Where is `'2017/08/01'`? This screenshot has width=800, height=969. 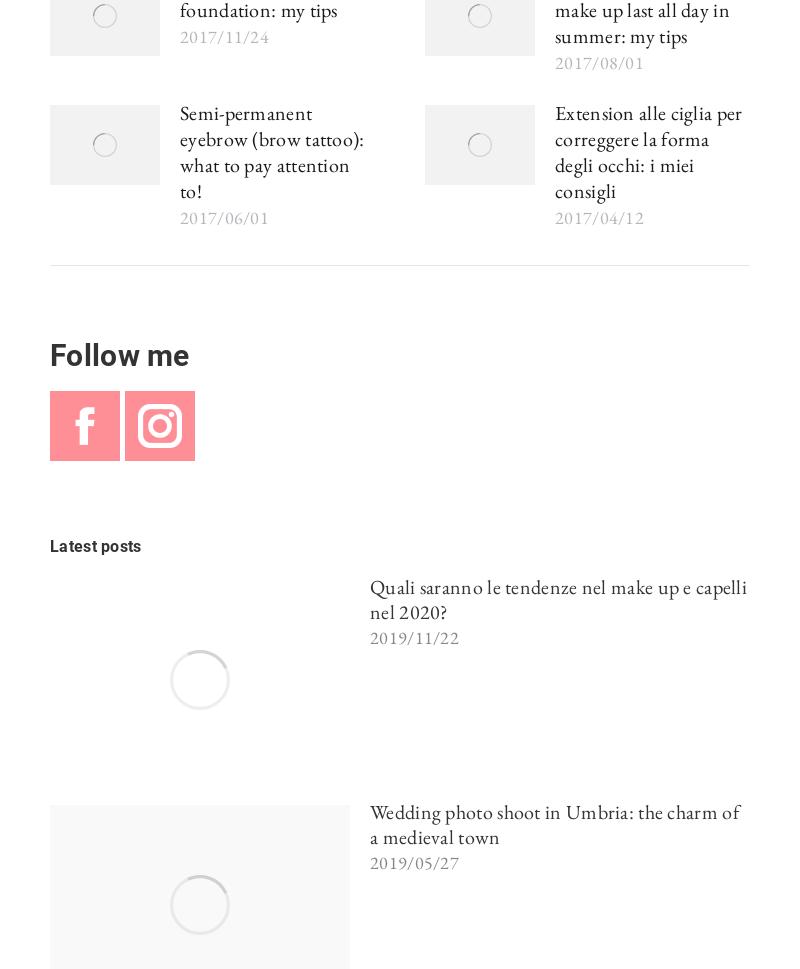 '2017/08/01' is located at coordinates (554, 61).